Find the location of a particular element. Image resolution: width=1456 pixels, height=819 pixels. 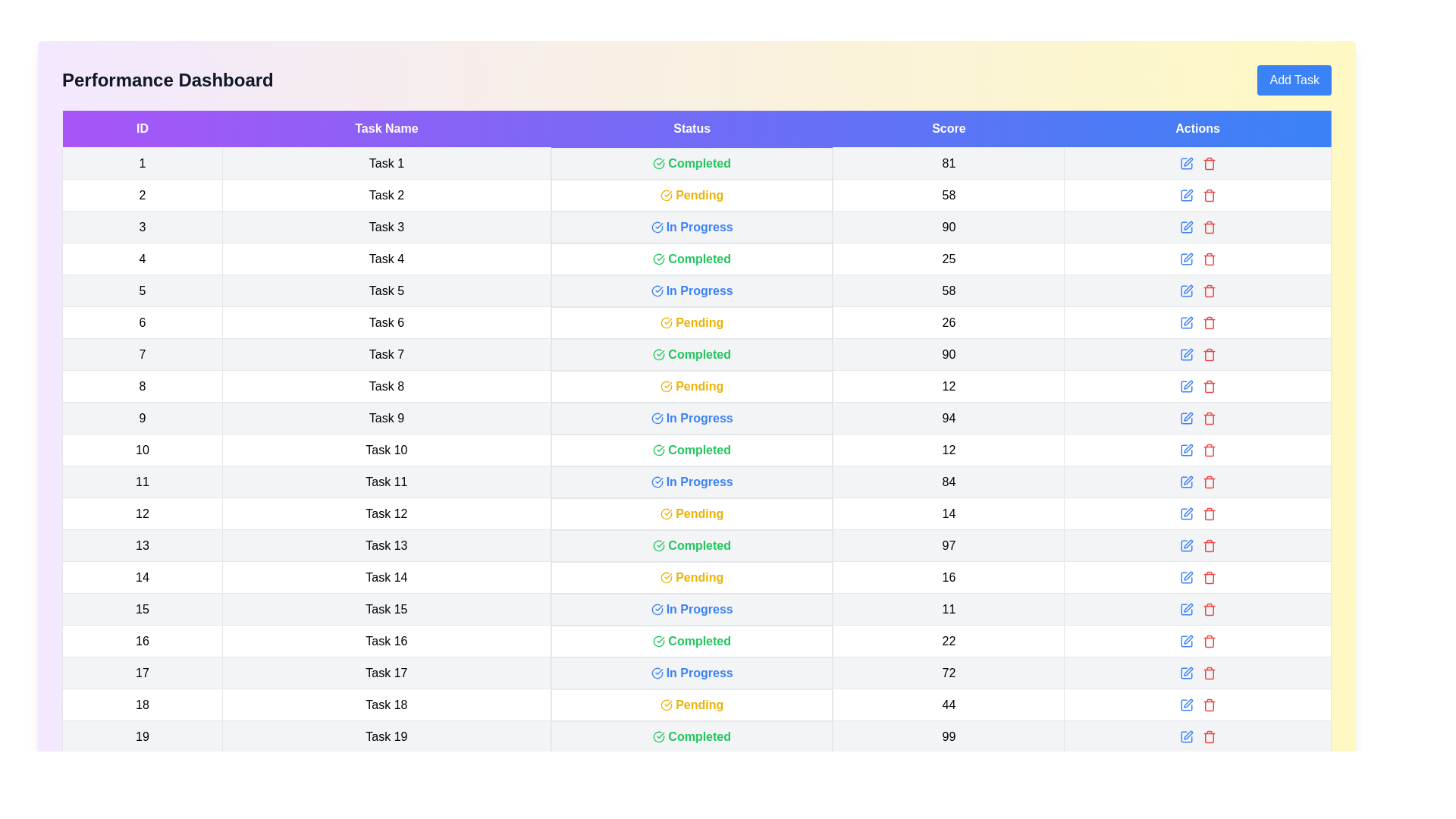

the 'Add Task' button to initiate the task addition process is located at coordinates (1294, 80).